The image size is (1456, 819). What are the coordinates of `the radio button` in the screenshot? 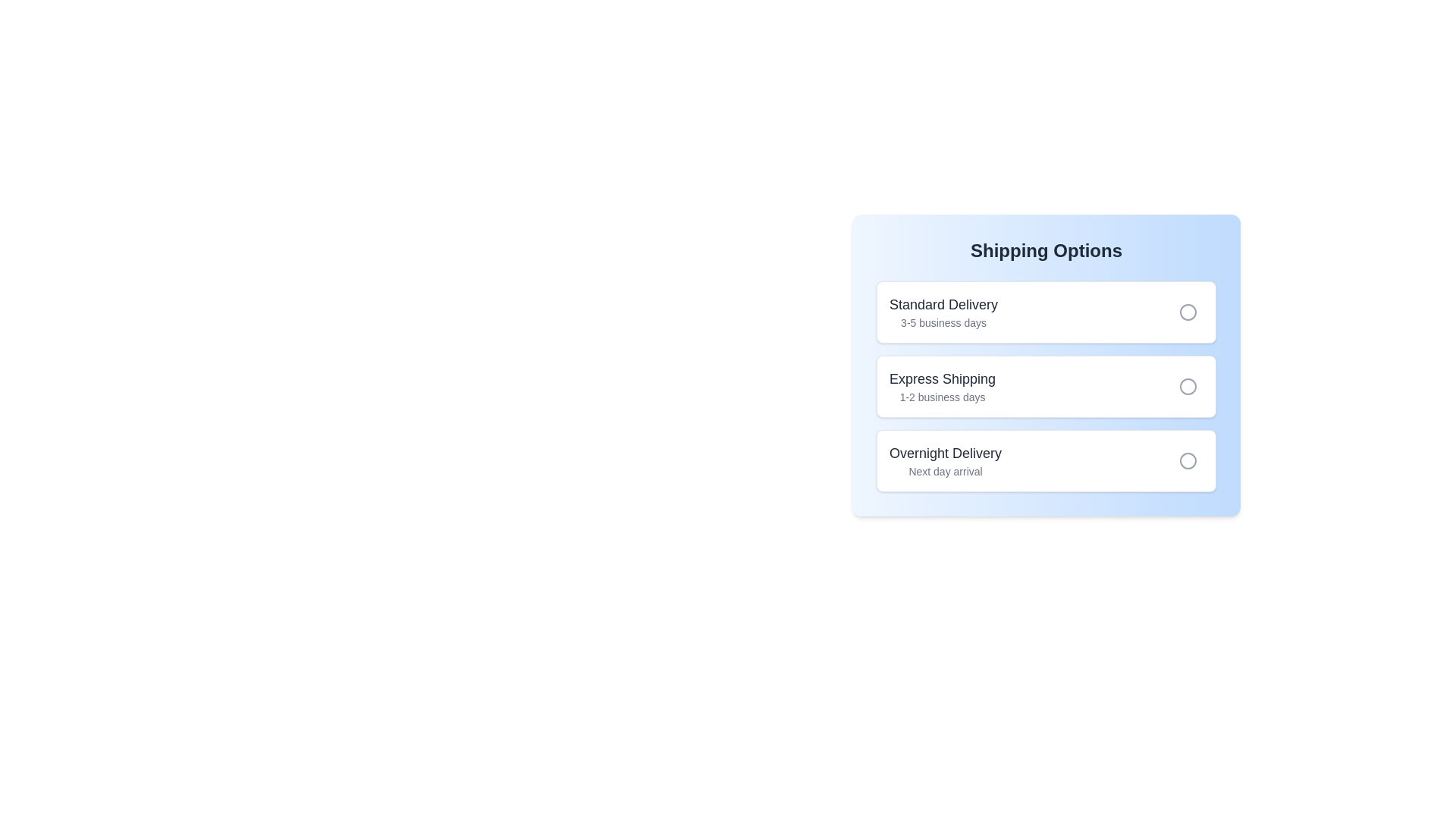 It's located at (1046, 460).